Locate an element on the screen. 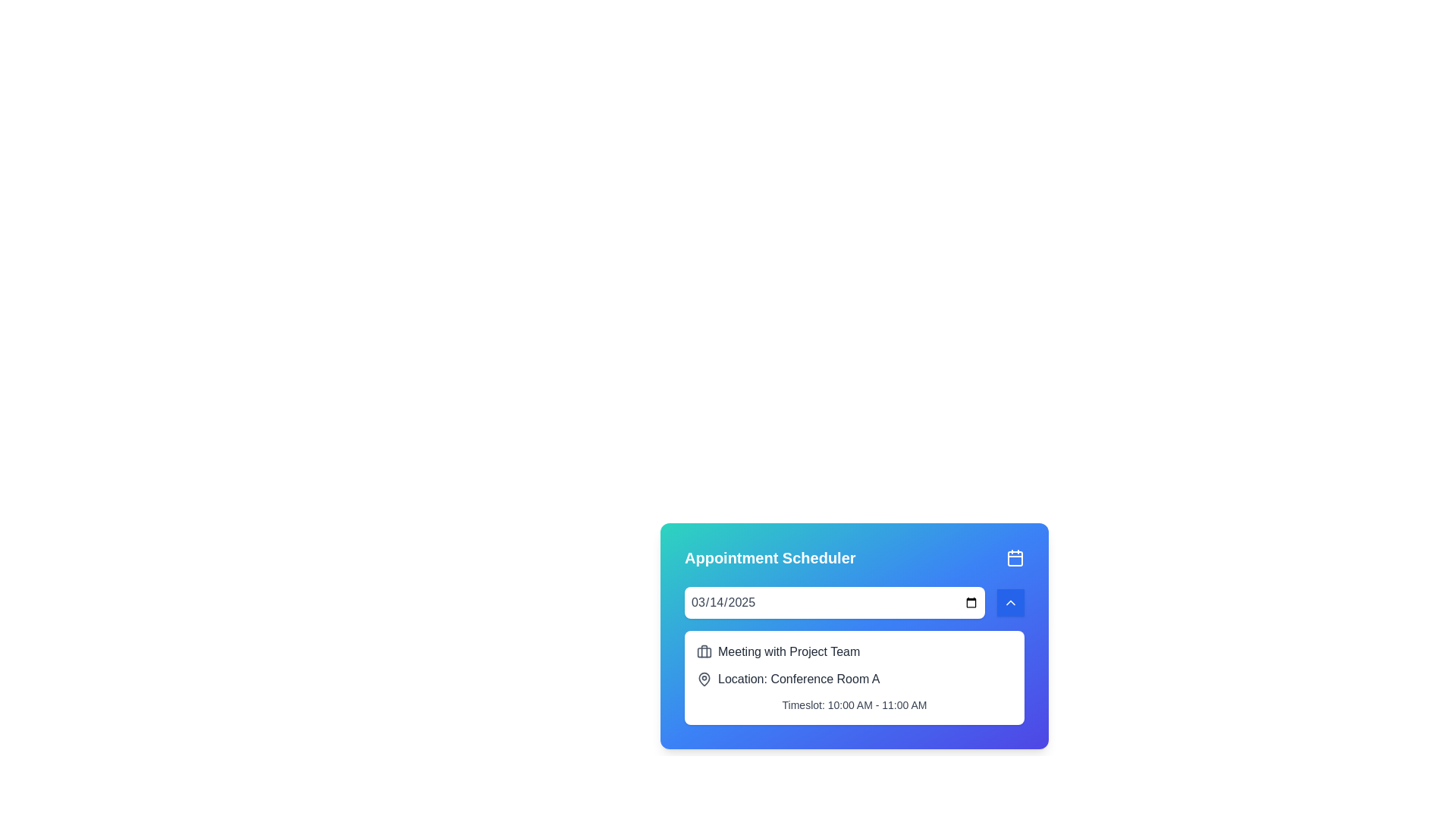 The height and width of the screenshot is (819, 1456). the text label that displays the allocated timeslot for a meeting, located below 'Location: Conference Room A' is located at coordinates (855, 704).